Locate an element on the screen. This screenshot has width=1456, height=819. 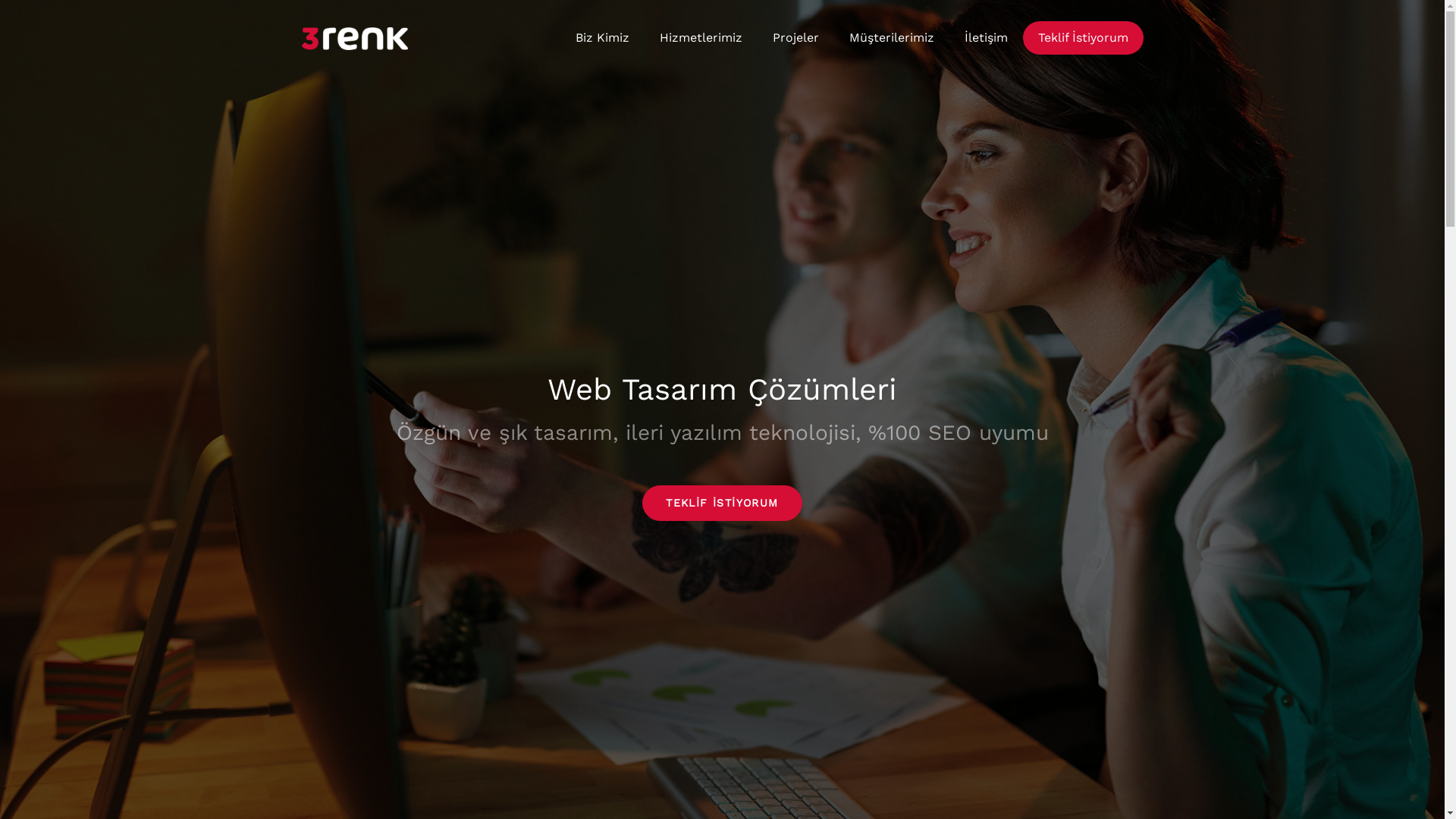
'Biz Kimiz' is located at coordinates (601, 37).